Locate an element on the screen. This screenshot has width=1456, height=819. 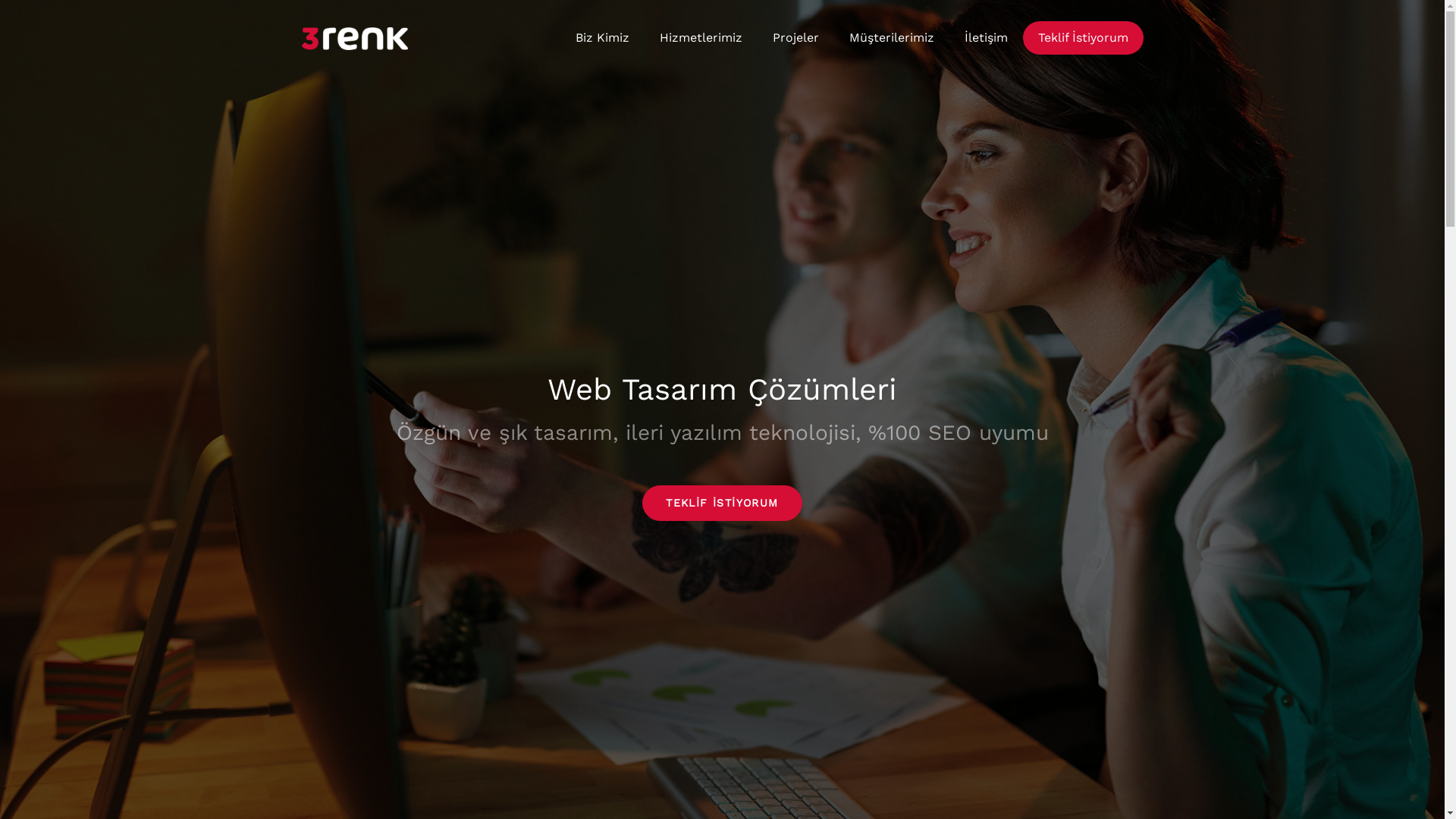
'Biz Kimiz' is located at coordinates (601, 37).